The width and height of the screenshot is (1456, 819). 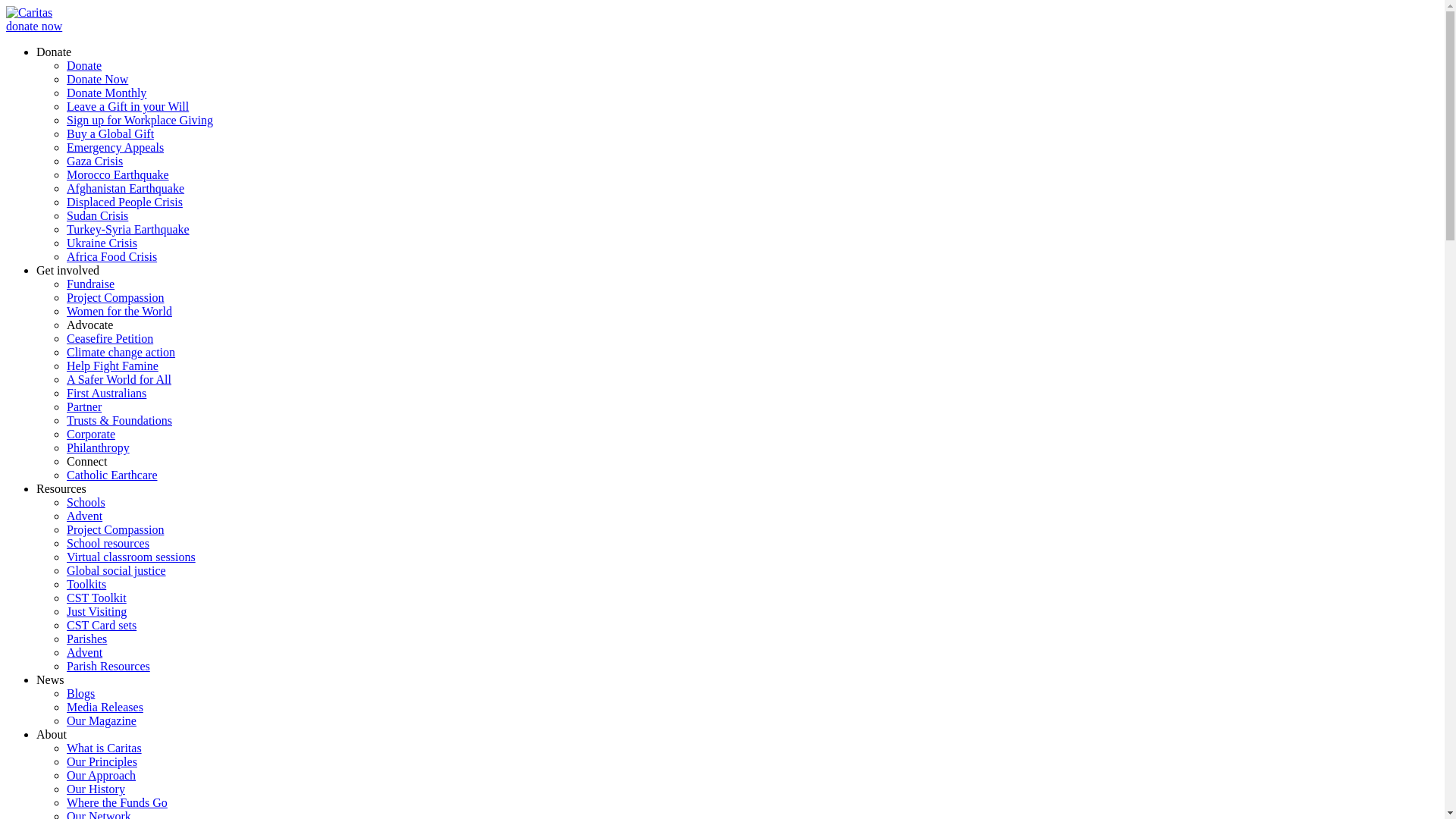 I want to click on 'Climate change action', so click(x=120, y=352).